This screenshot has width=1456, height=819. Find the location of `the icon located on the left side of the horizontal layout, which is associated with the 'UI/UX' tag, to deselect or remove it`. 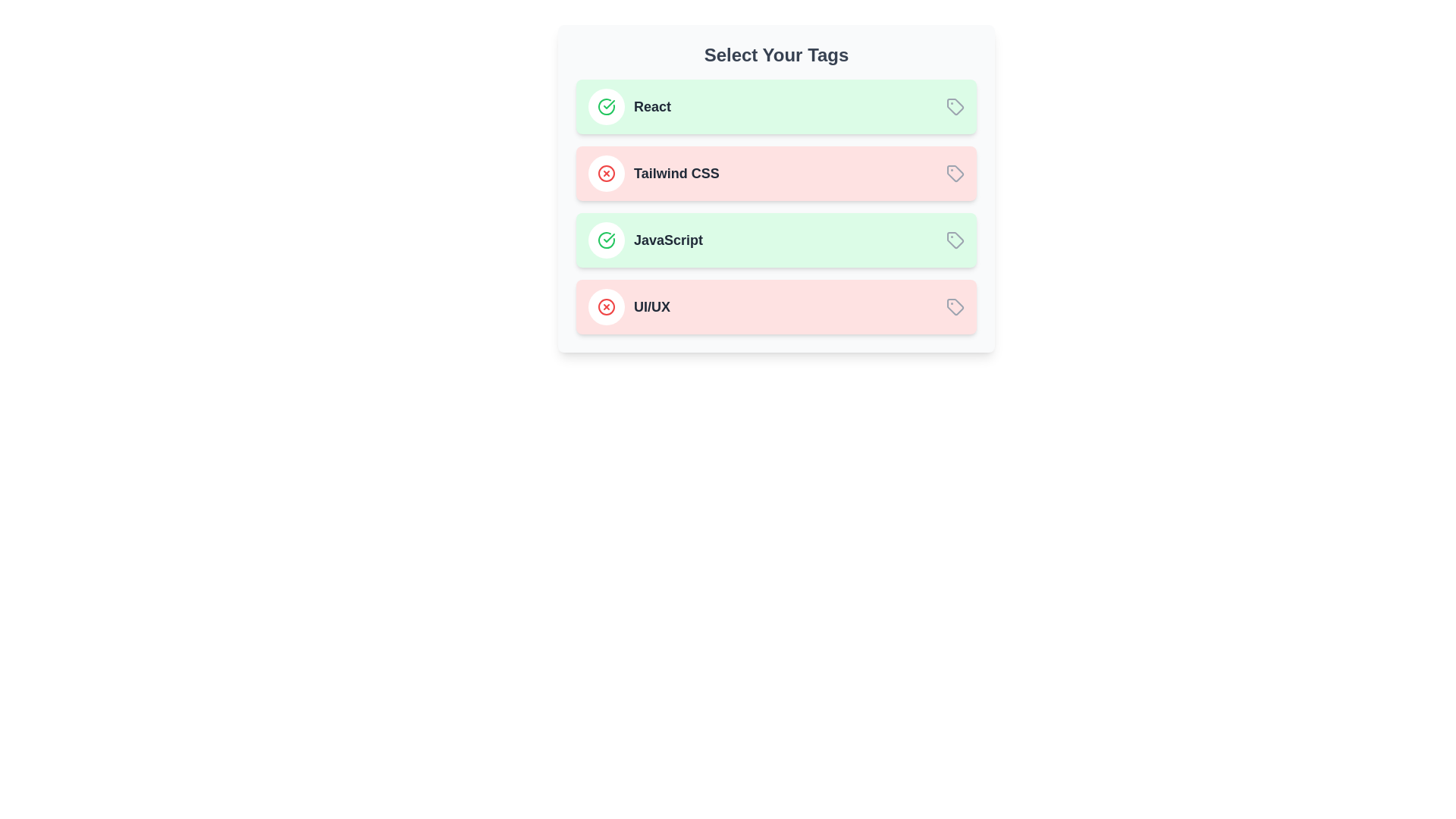

the icon located on the left side of the horizontal layout, which is associated with the 'UI/UX' tag, to deselect or remove it is located at coordinates (607, 307).